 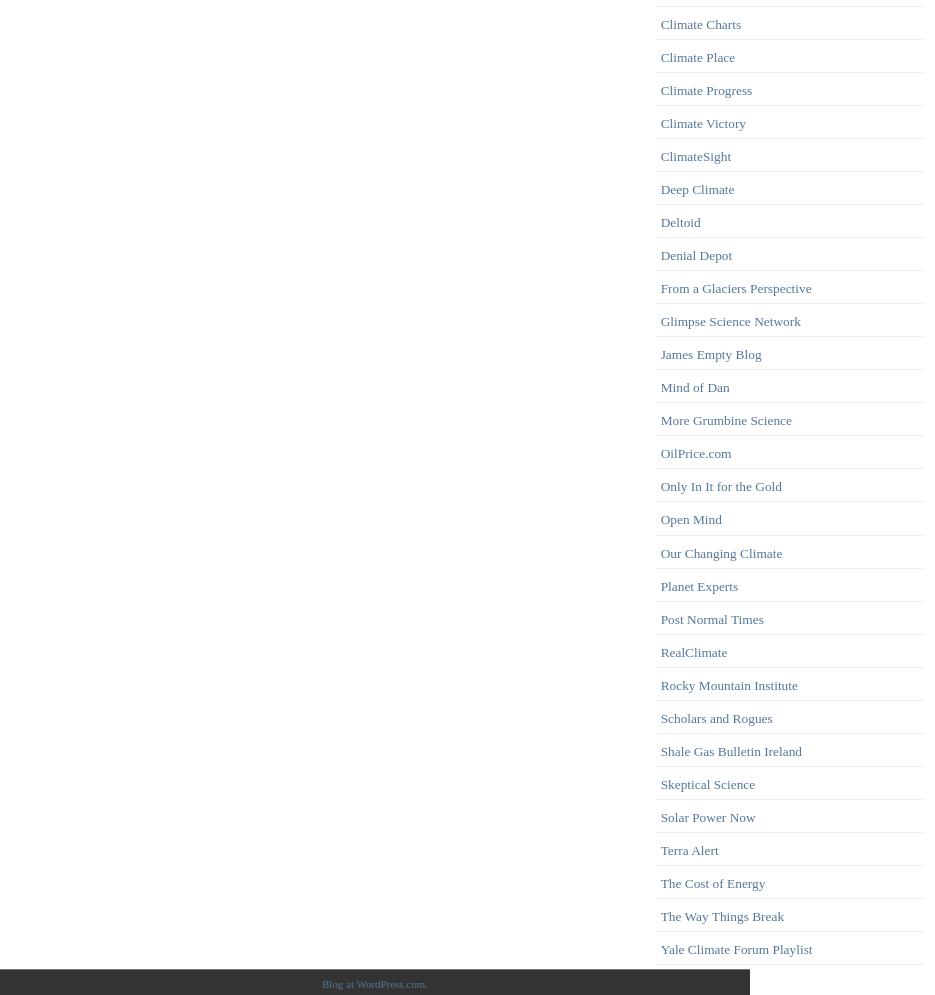 What do you see at coordinates (725, 420) in the screenshot?
I see `'More Grumbine Science'` at bounding box center [725, 420].